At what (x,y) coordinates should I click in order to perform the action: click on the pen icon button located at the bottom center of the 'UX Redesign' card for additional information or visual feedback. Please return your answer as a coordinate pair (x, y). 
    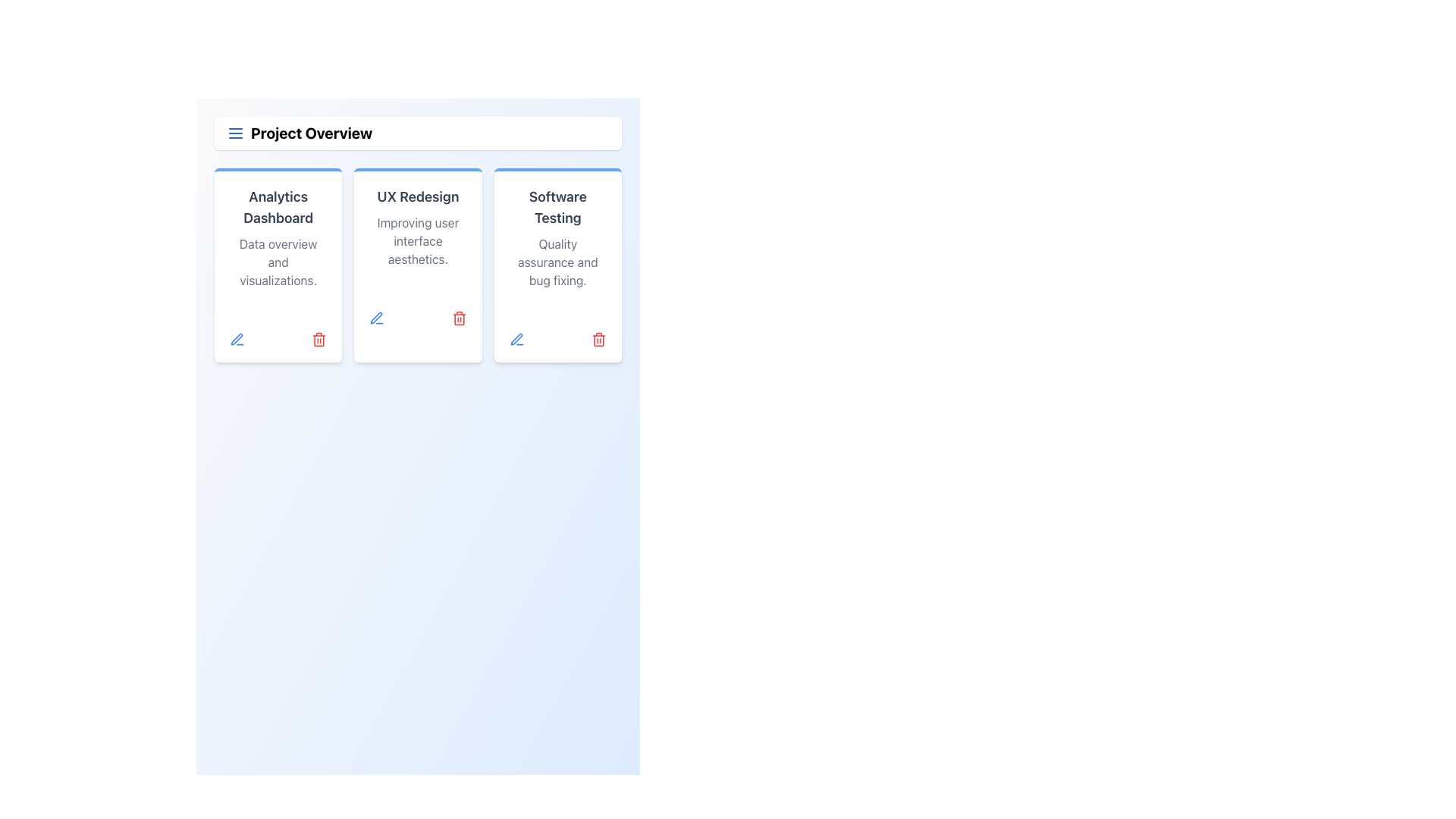
    Looking at the image, I should click on (236, 338).